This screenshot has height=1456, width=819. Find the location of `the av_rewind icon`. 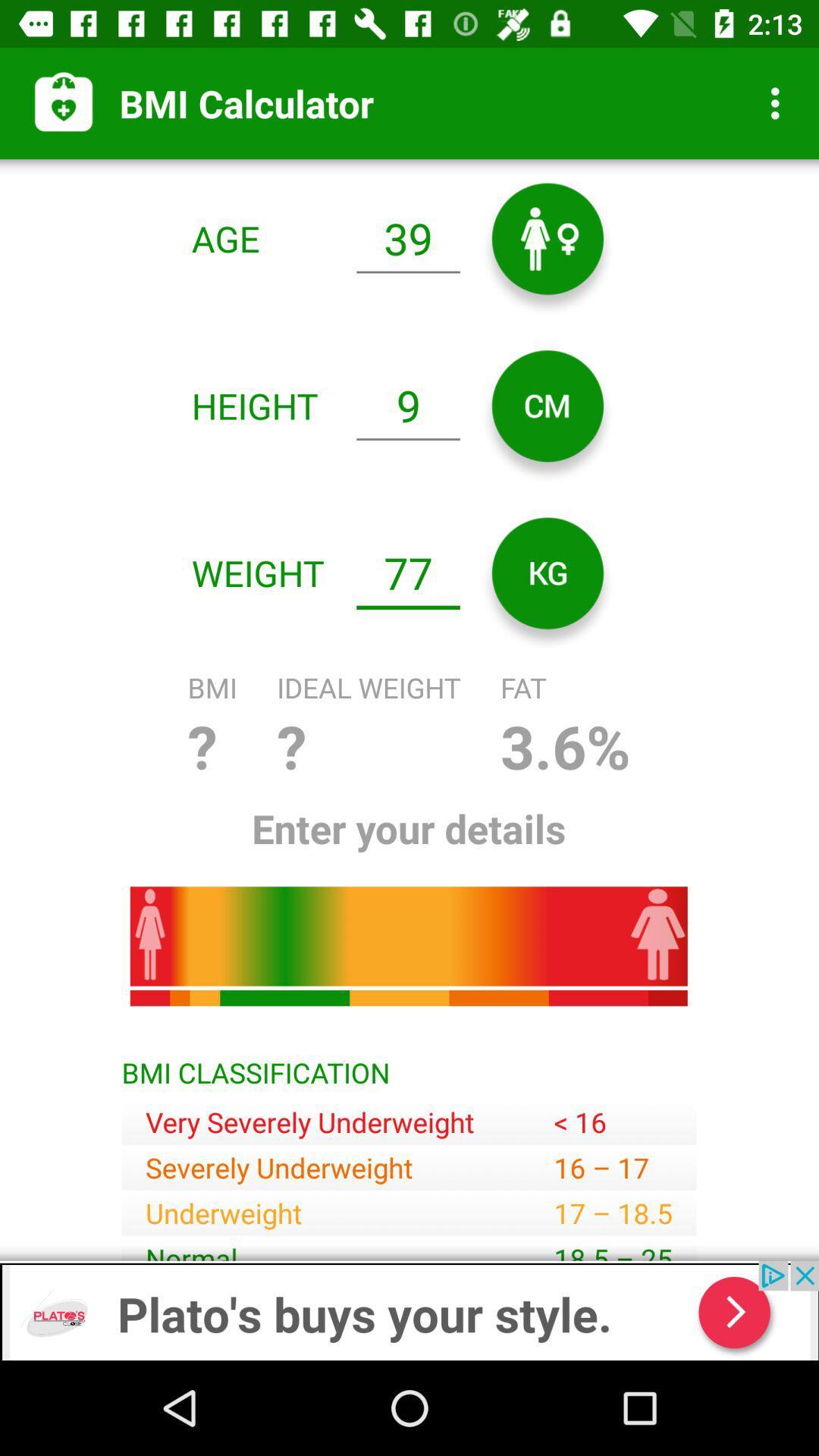

the av_rewind icon is located at coordinates (548, 572).